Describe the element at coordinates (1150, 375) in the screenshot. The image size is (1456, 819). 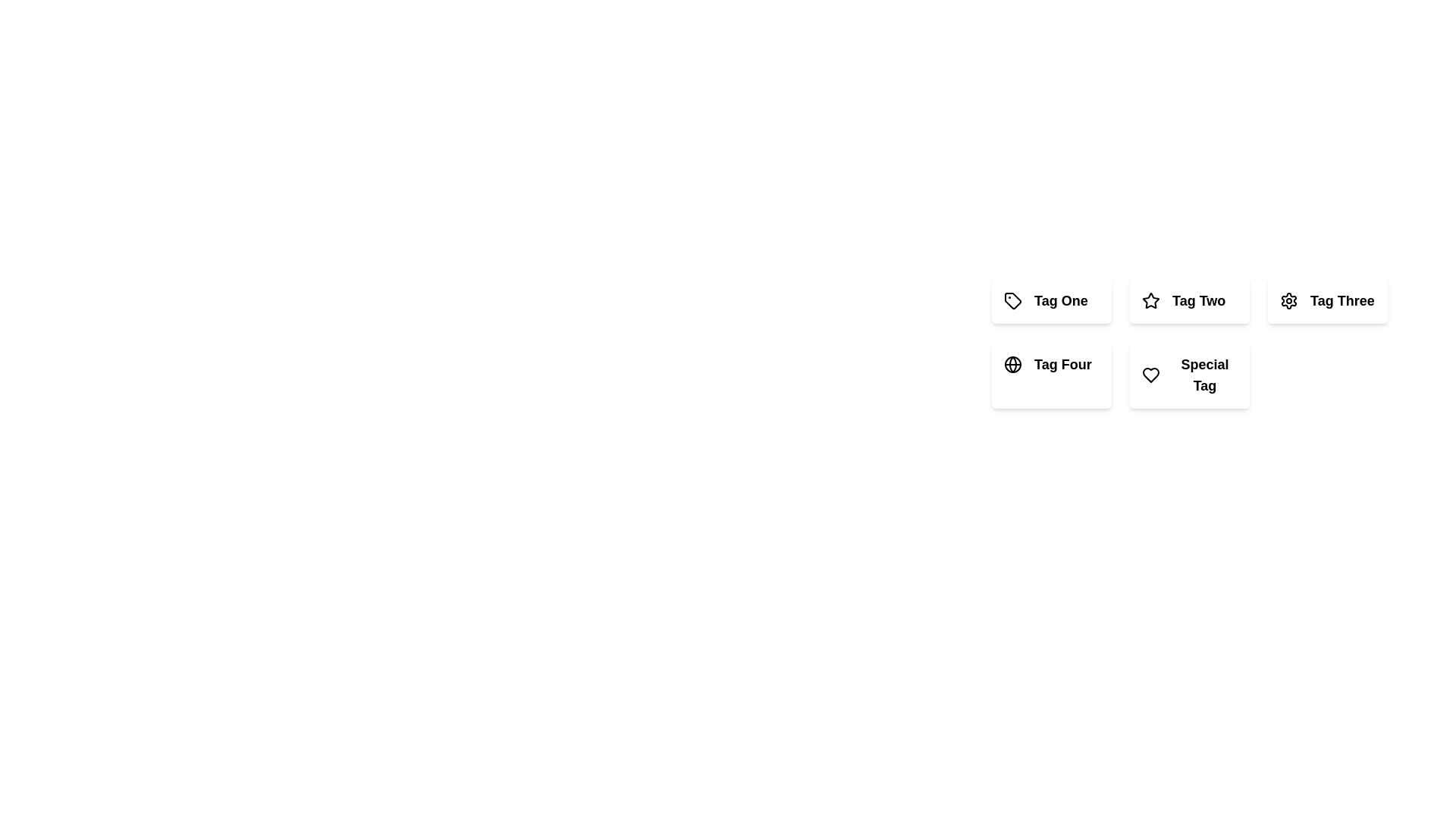
I see `the 'like' or 'favorite' icon located in the 'Special Tag' area of the grid, specifically in the second row and second column` at that location.